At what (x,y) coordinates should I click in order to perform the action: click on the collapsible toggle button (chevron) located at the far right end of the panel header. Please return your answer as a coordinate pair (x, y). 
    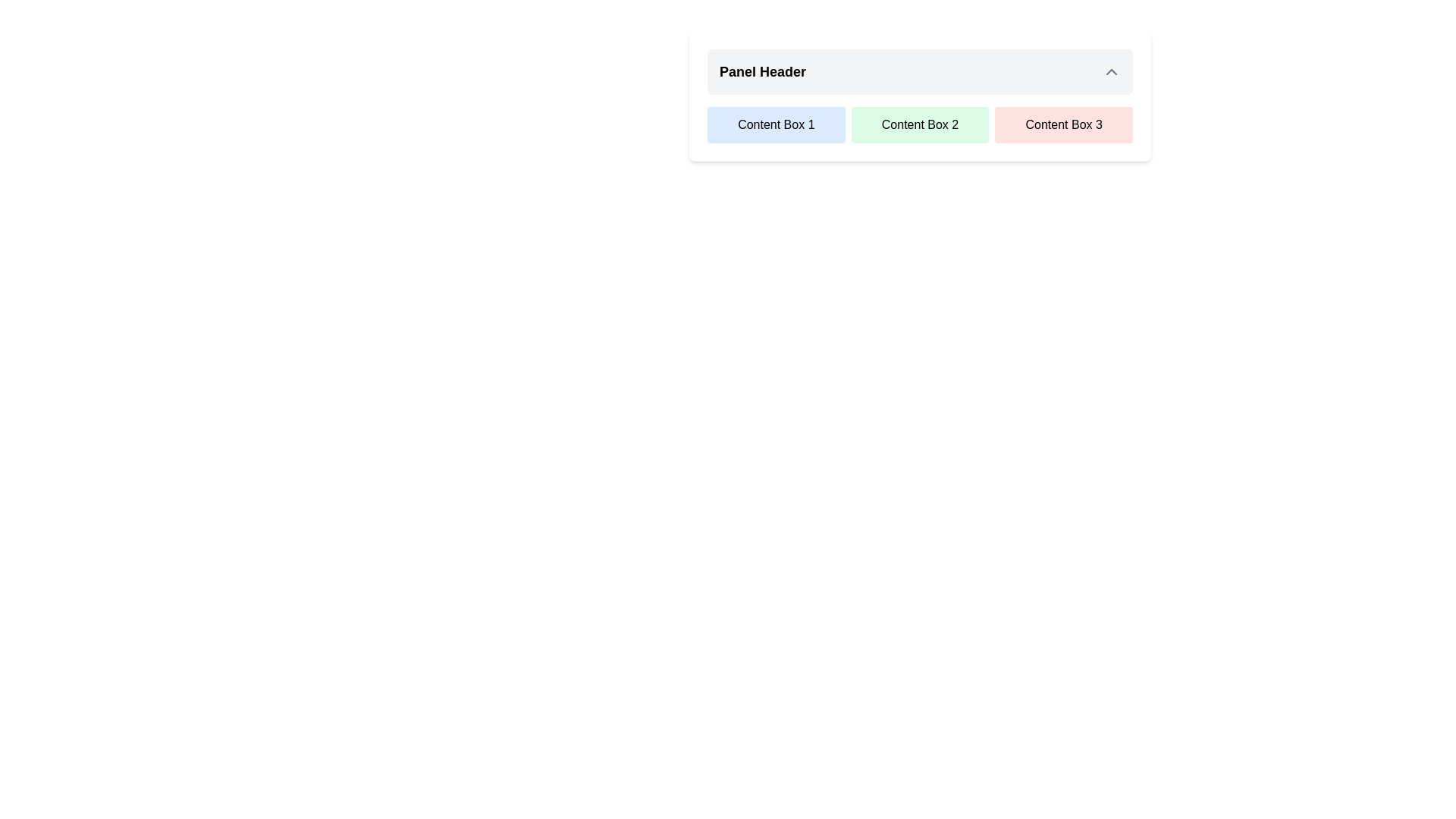
    Looking at the image, I should click on (1111, 72).